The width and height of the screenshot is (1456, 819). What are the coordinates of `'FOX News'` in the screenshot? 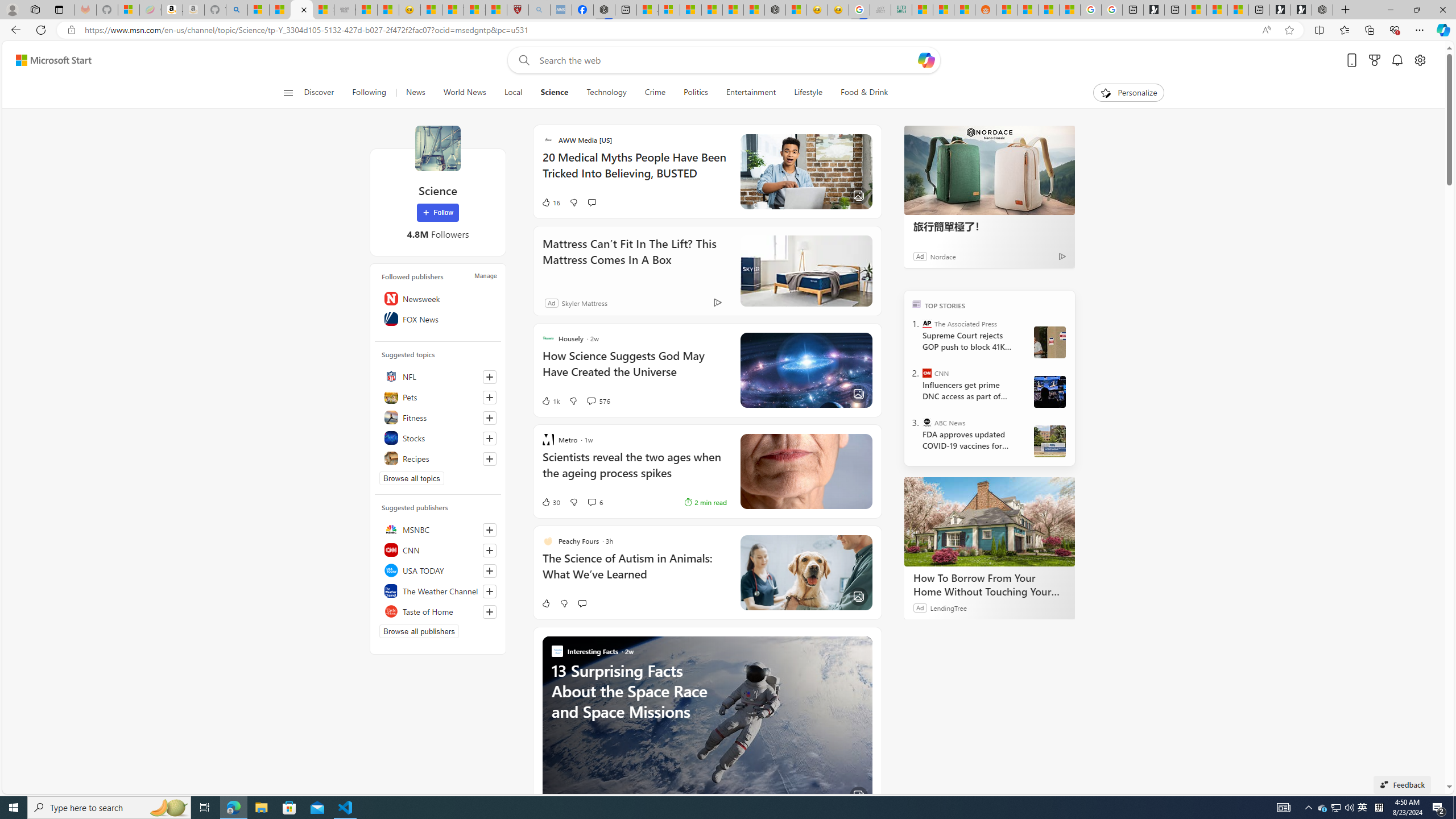 It's located at (438, 318).